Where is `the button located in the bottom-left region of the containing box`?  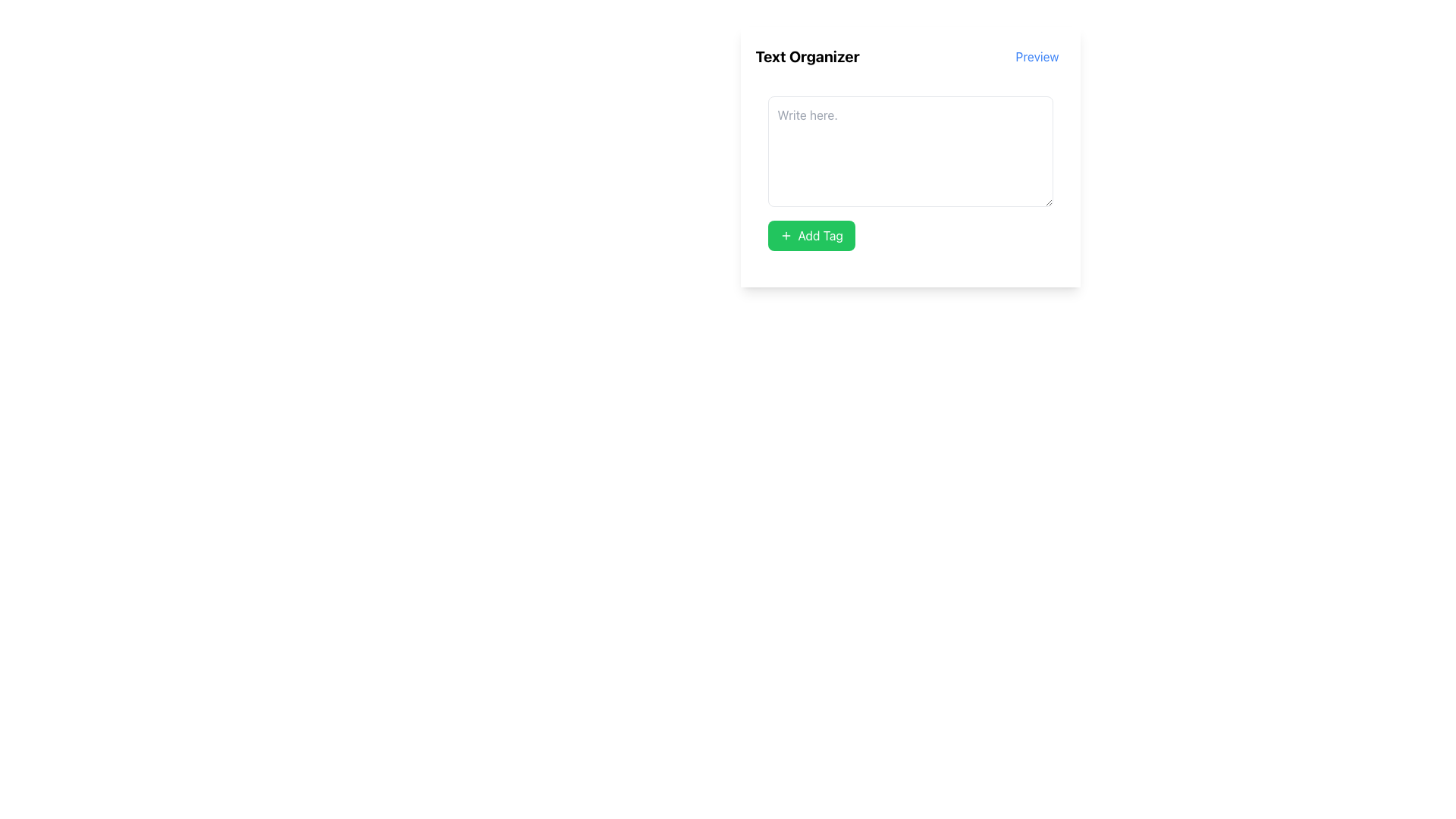
the button located in the bottom-left region of the containing box is located at coordinates (811, 236).